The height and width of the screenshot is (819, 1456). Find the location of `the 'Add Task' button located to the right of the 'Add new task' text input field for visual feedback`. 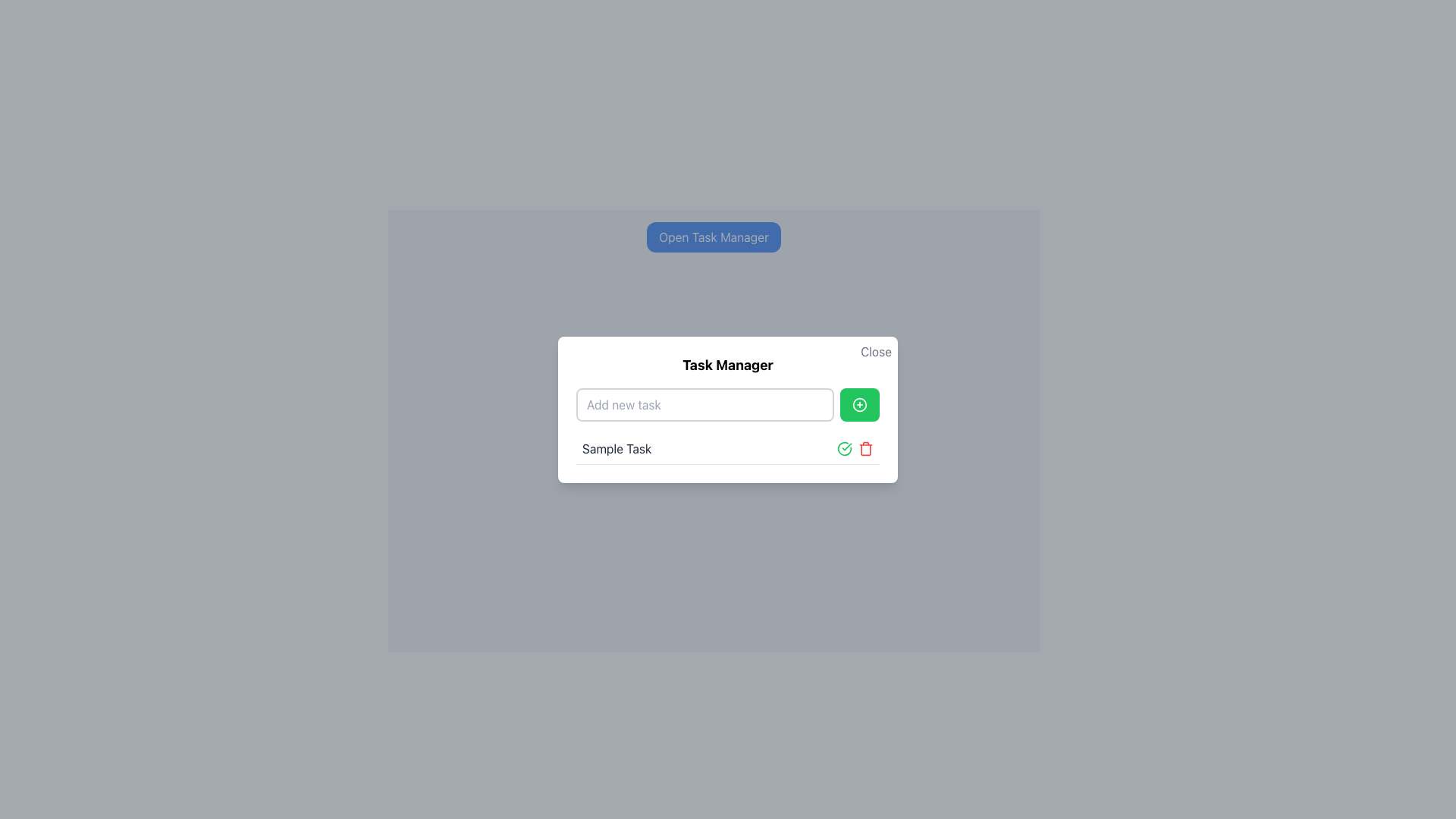

the 'Add Task' button located to the right of the 'Add new task' text input field for visual feedback is located at coordinates (859, 403).